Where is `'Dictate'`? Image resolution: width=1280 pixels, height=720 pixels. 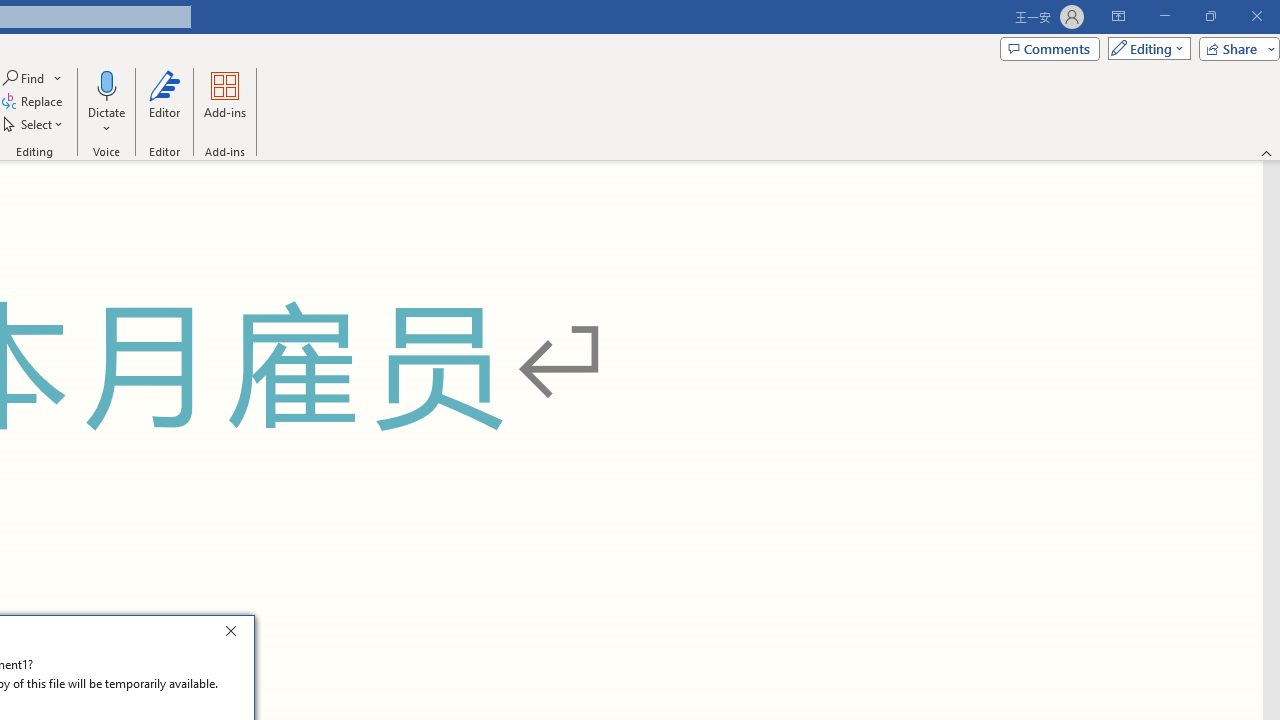
'Dictate' is located at coordinates (105, 84).